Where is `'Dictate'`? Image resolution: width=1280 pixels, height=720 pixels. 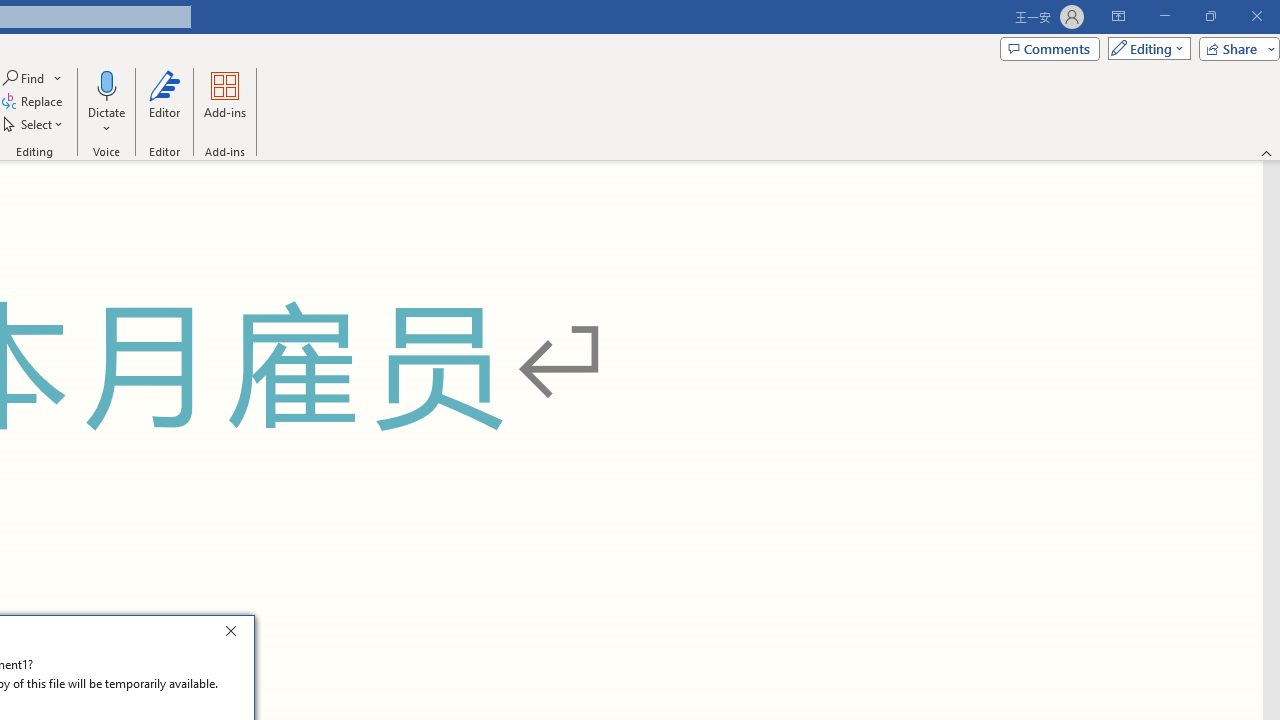
'Dictate' is located at coordinates (105, 84).